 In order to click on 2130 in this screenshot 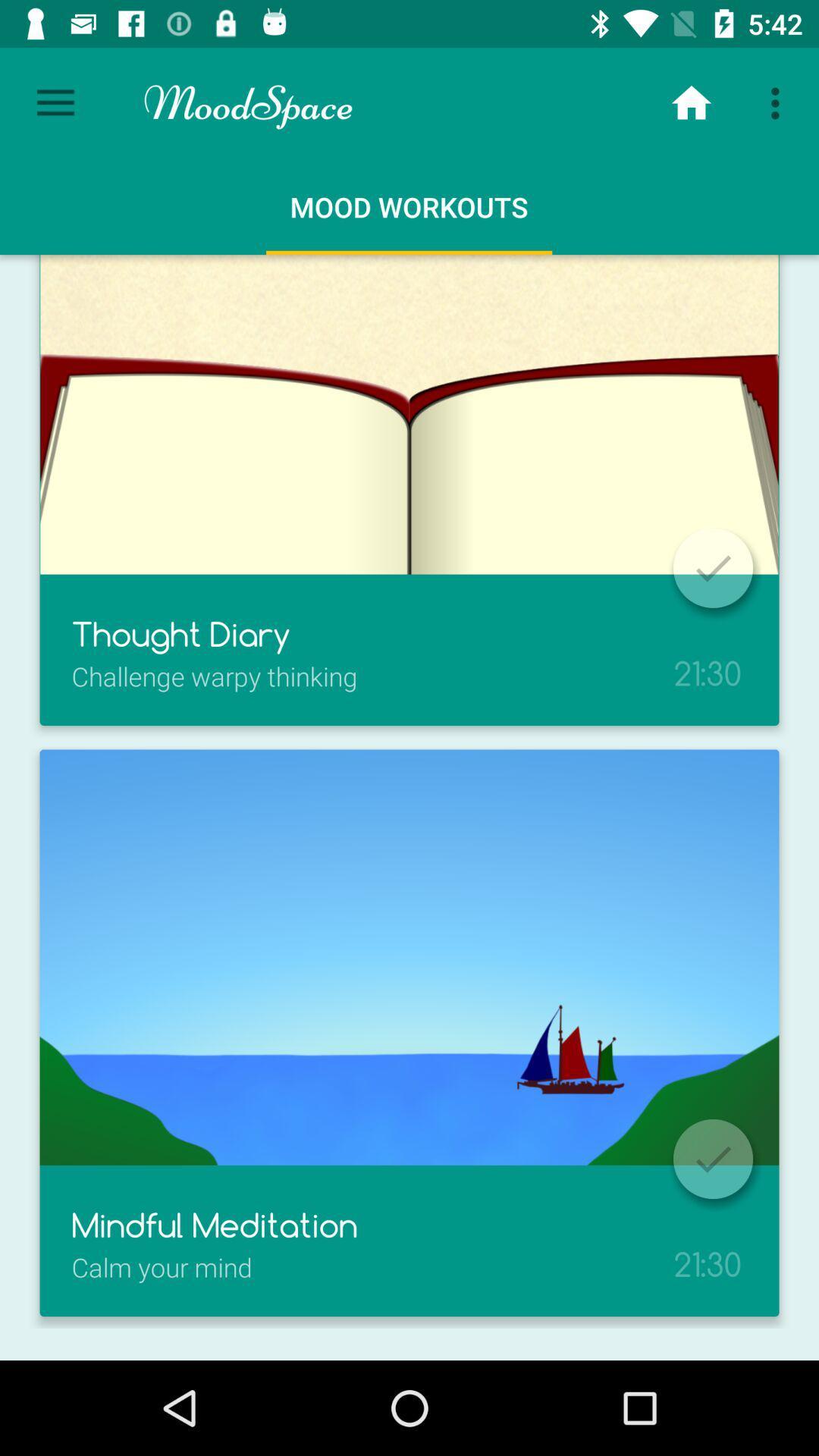, I will do `click(708, 1244)`.